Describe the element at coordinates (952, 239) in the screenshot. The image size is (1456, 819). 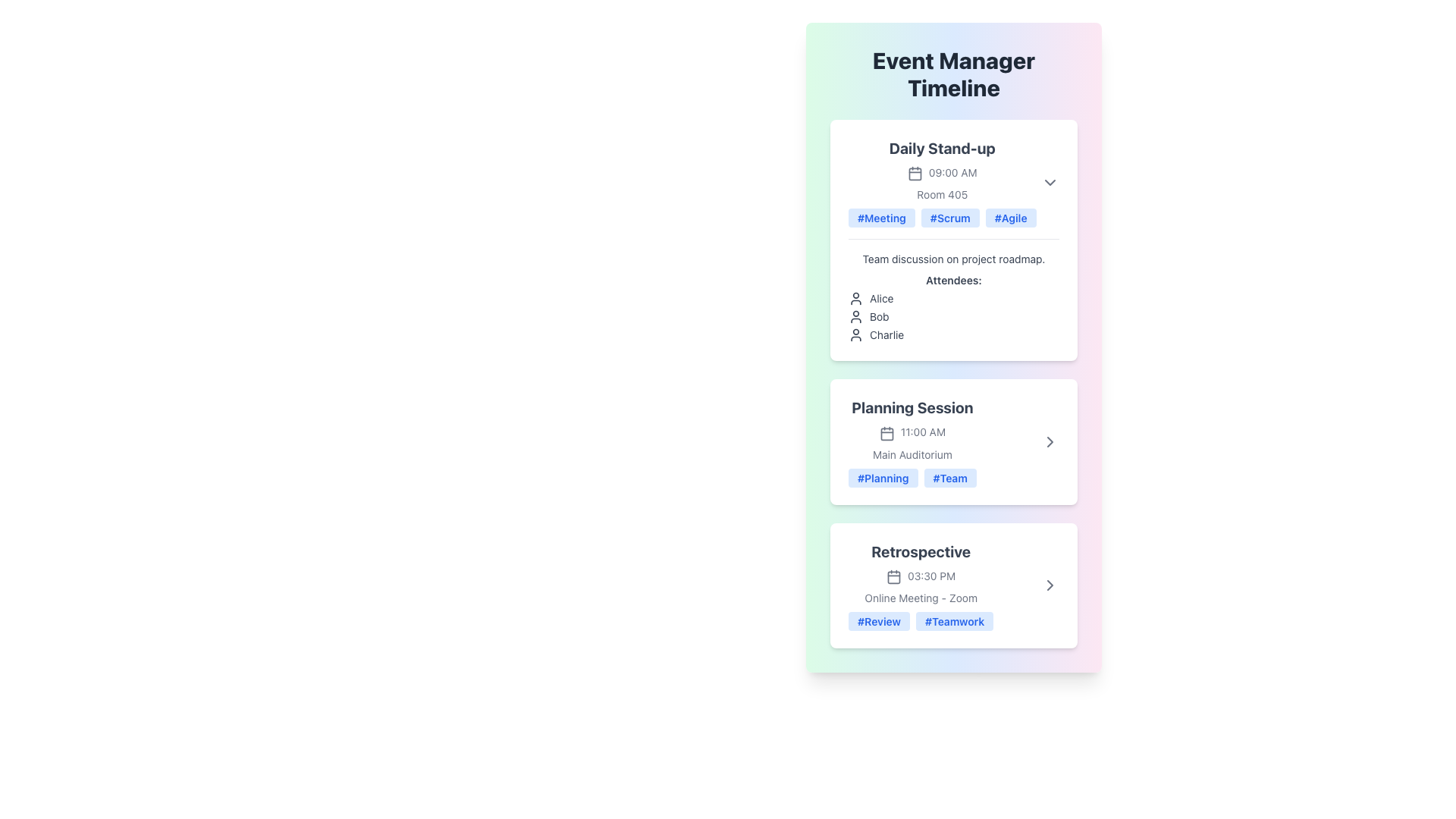
I see `topmost event card in the 'Event Manager Timeline' to view its details, which include title, time, location, tags, and attendee list` at that location.